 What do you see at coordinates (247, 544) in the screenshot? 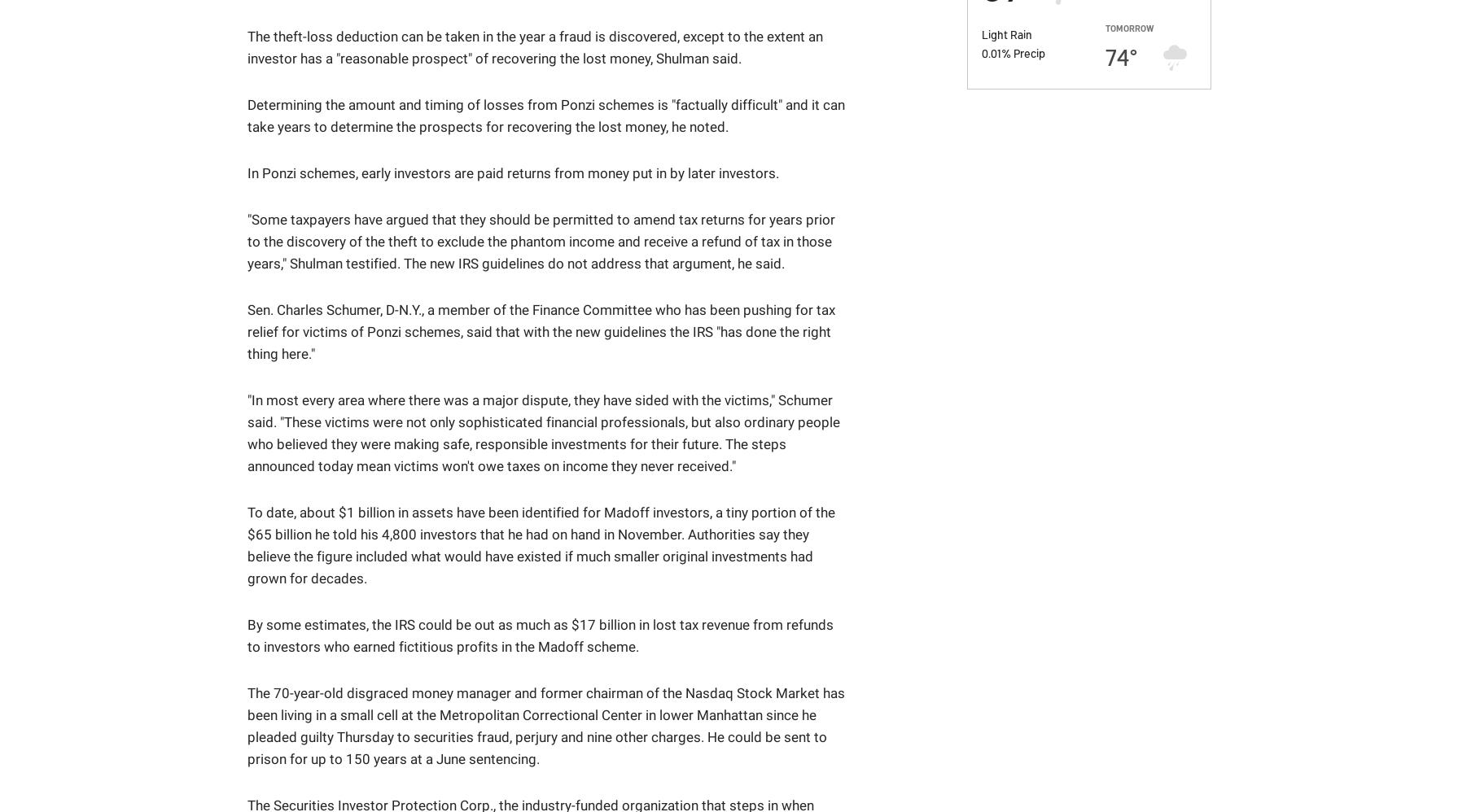
I see `'To date, about $1 billion in assets have been identified for Madoff investors, a tiny portion of the $65 billion he told his 4,800 investors that he had on hand in November. Authorities say they believe the figure included what would have existed if much smaller original investments had grown for decades.'` at bounding box center [247, 544].